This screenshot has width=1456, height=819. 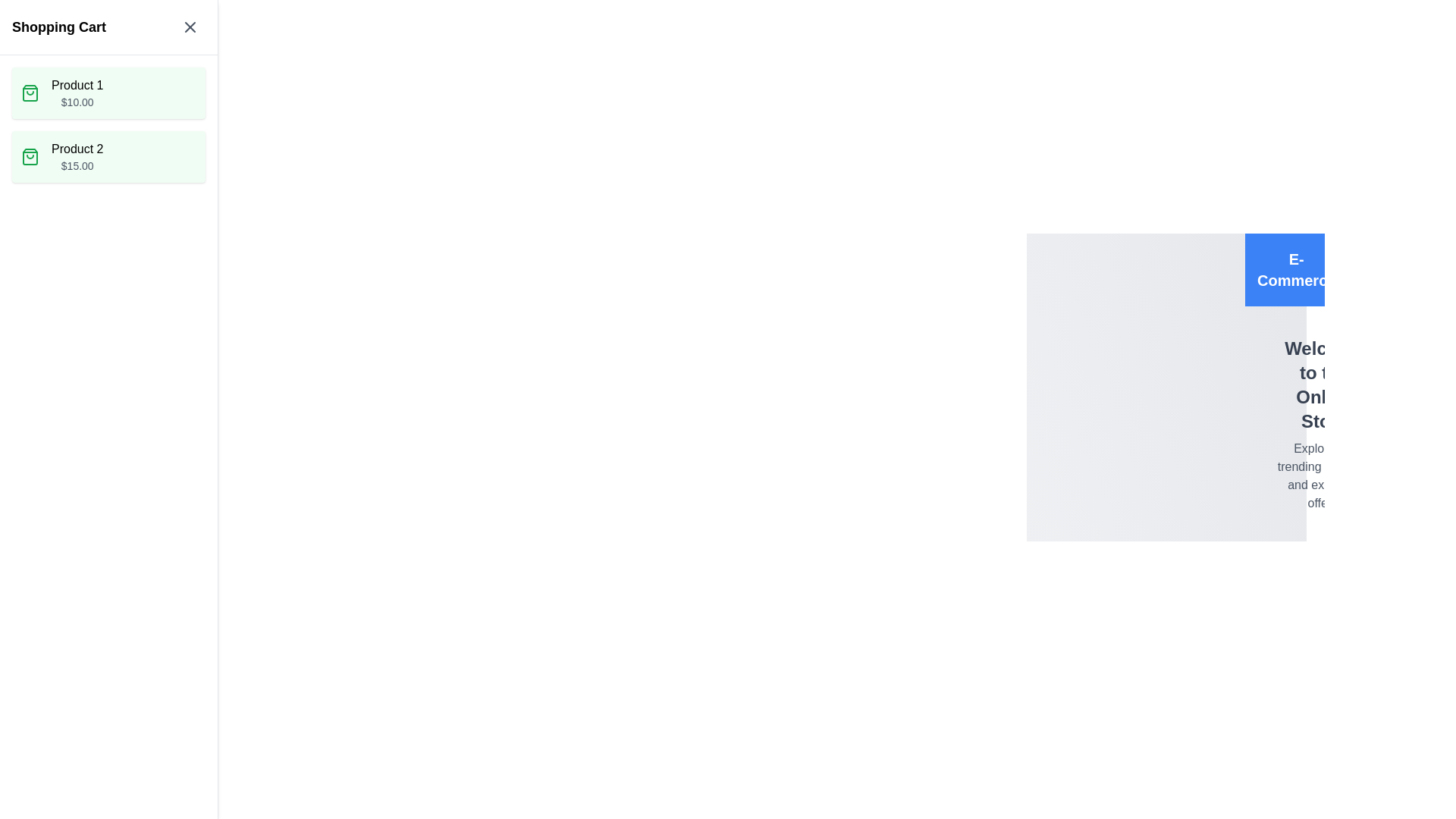 What do you see at coordinates (77, 149) in the screenshot?
I see `text label displaying 'Product 2' located in the shopping cart interface, specifically the top-most label of the entry for 'Product 2'` at bounding box center [77, 149].